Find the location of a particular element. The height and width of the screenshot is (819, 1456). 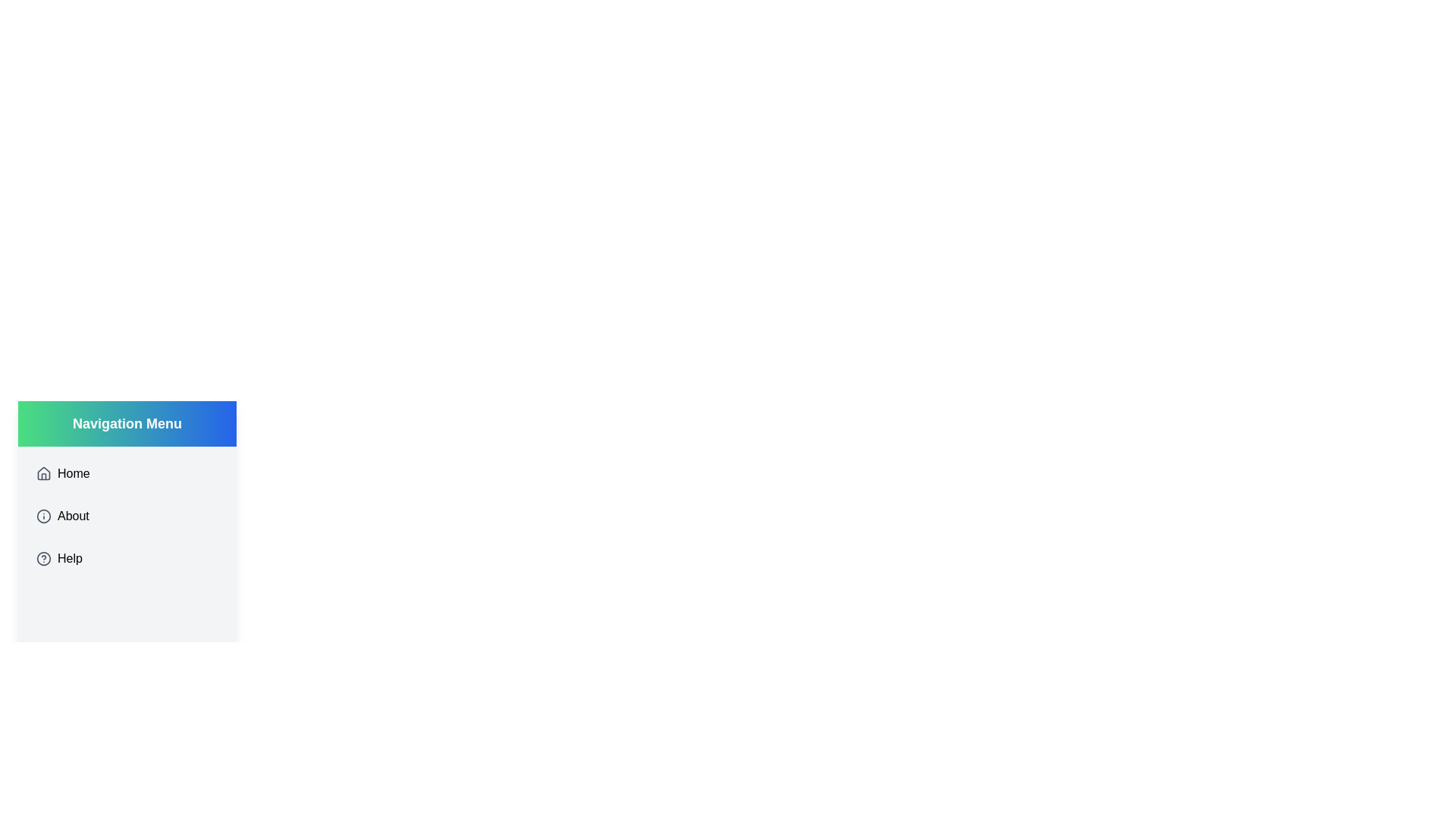

the circular SVG help icon located at the bottom of the 'Help' section in the navigation menu is located at coordinates (43, 558).